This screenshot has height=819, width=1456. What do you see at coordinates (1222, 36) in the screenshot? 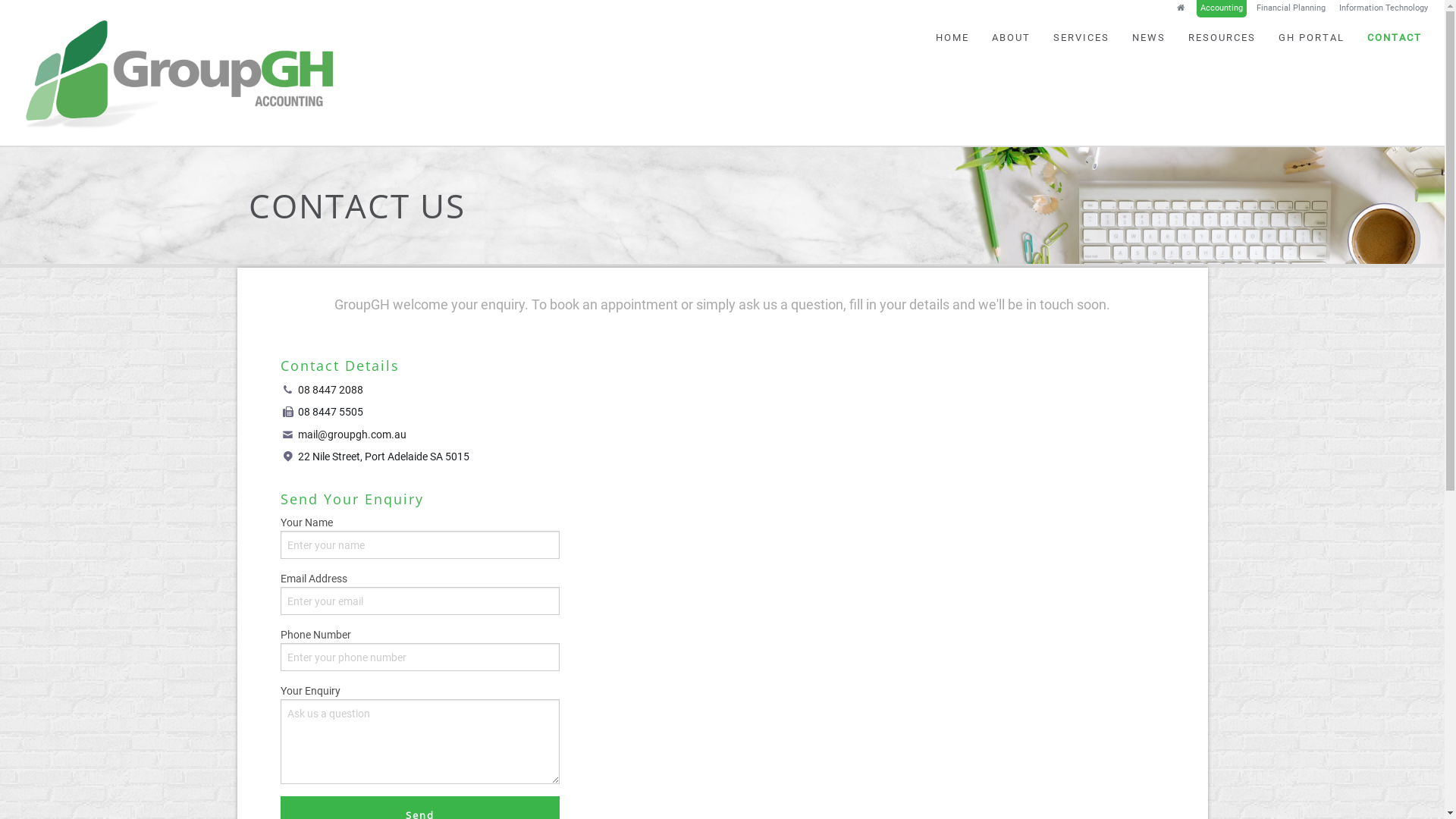
I see `'RESOURCES'` at bounding box center [1222, 36].